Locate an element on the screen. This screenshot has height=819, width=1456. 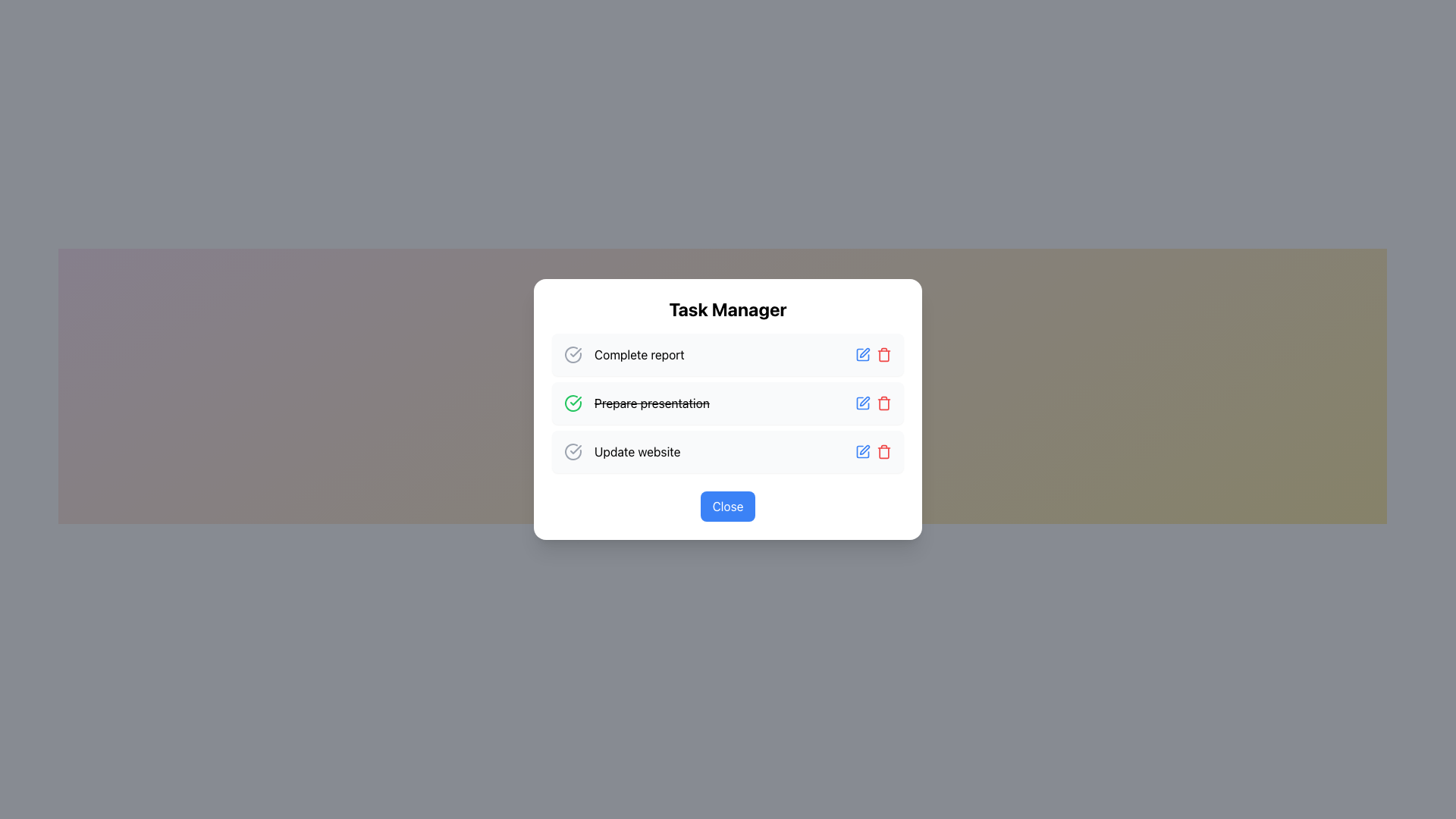
the trash can icon representing the delete action for the task 'Prepare presentation' in the task list is located at coordinates (884, 403).